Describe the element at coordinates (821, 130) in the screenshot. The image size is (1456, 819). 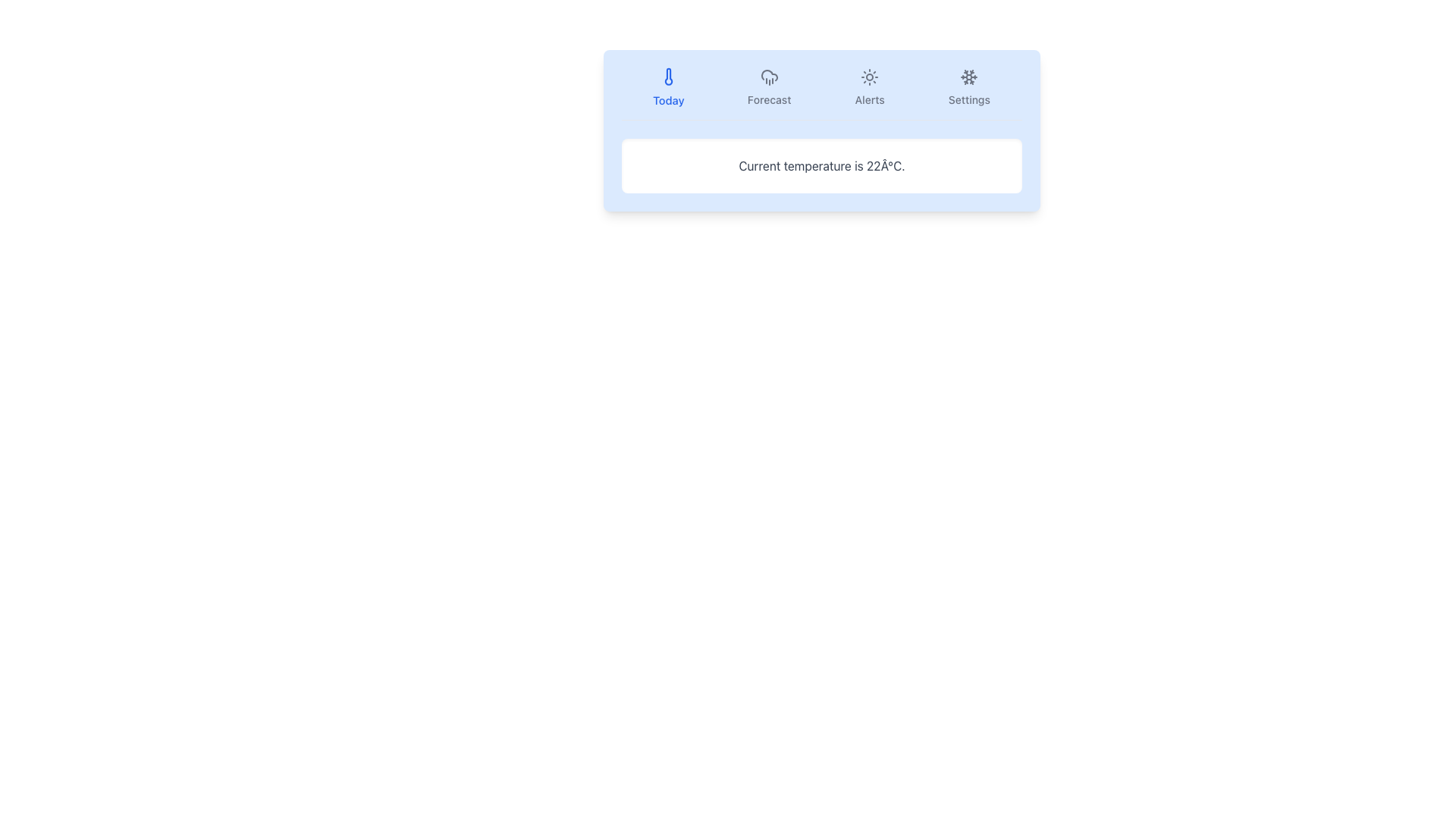
I see `temperature information displayed in the informational panel located in the central upper portion of the interface` at that location.